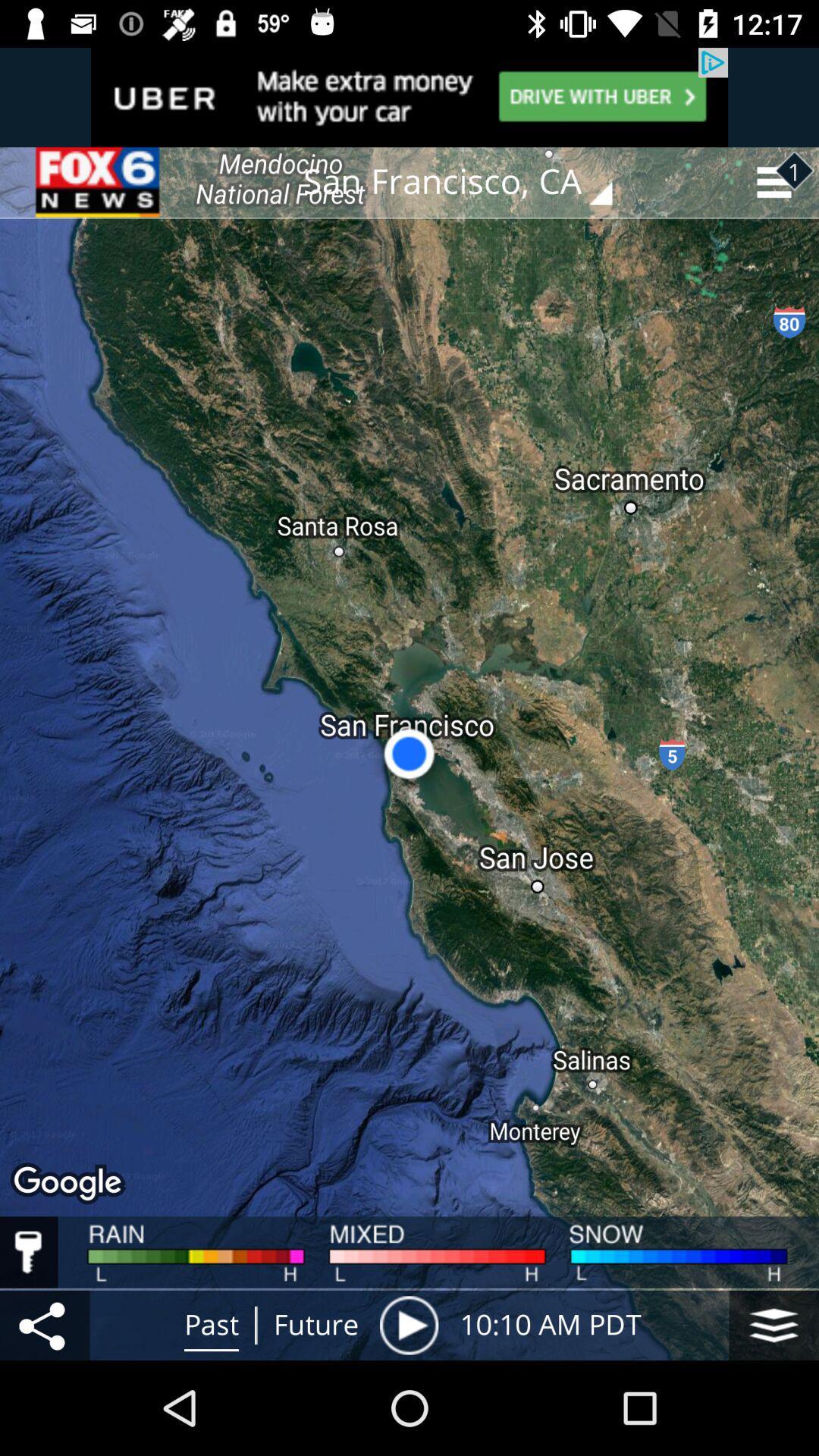  I want to click on the item next to san francisco, ca item, so click(99, 182).